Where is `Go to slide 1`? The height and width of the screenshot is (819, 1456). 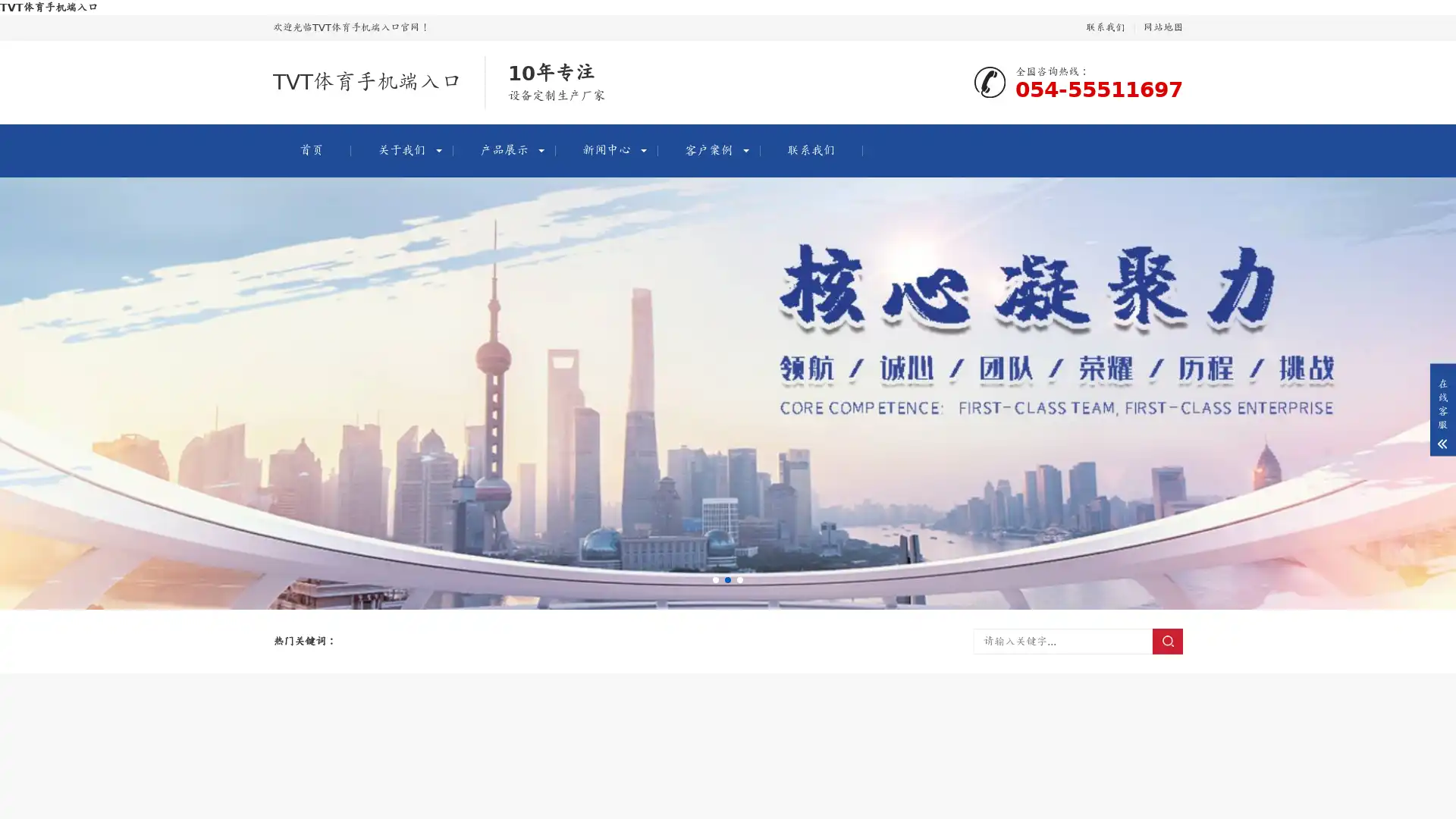 Go to slide 1 is located at coordinates (715, 579).